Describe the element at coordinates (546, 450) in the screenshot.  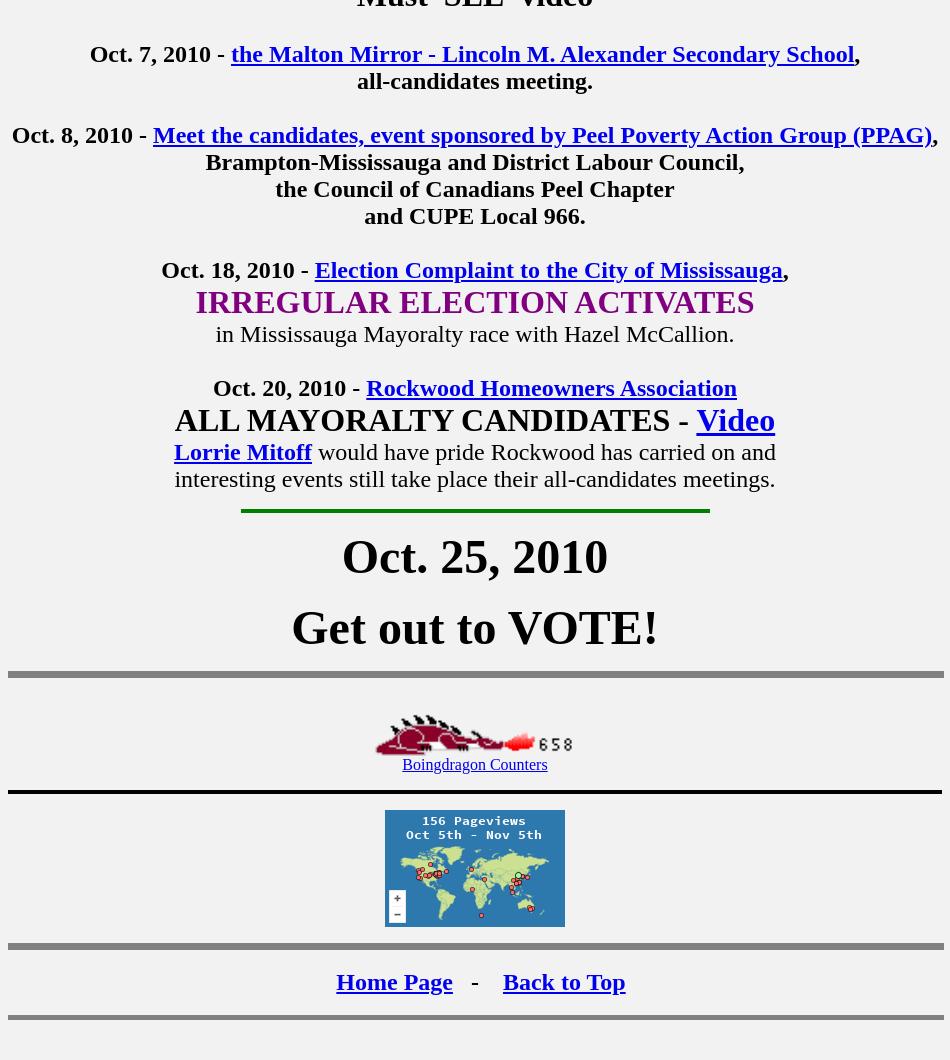
I see `'would have pride Rockwood has carried on and'` at that location.